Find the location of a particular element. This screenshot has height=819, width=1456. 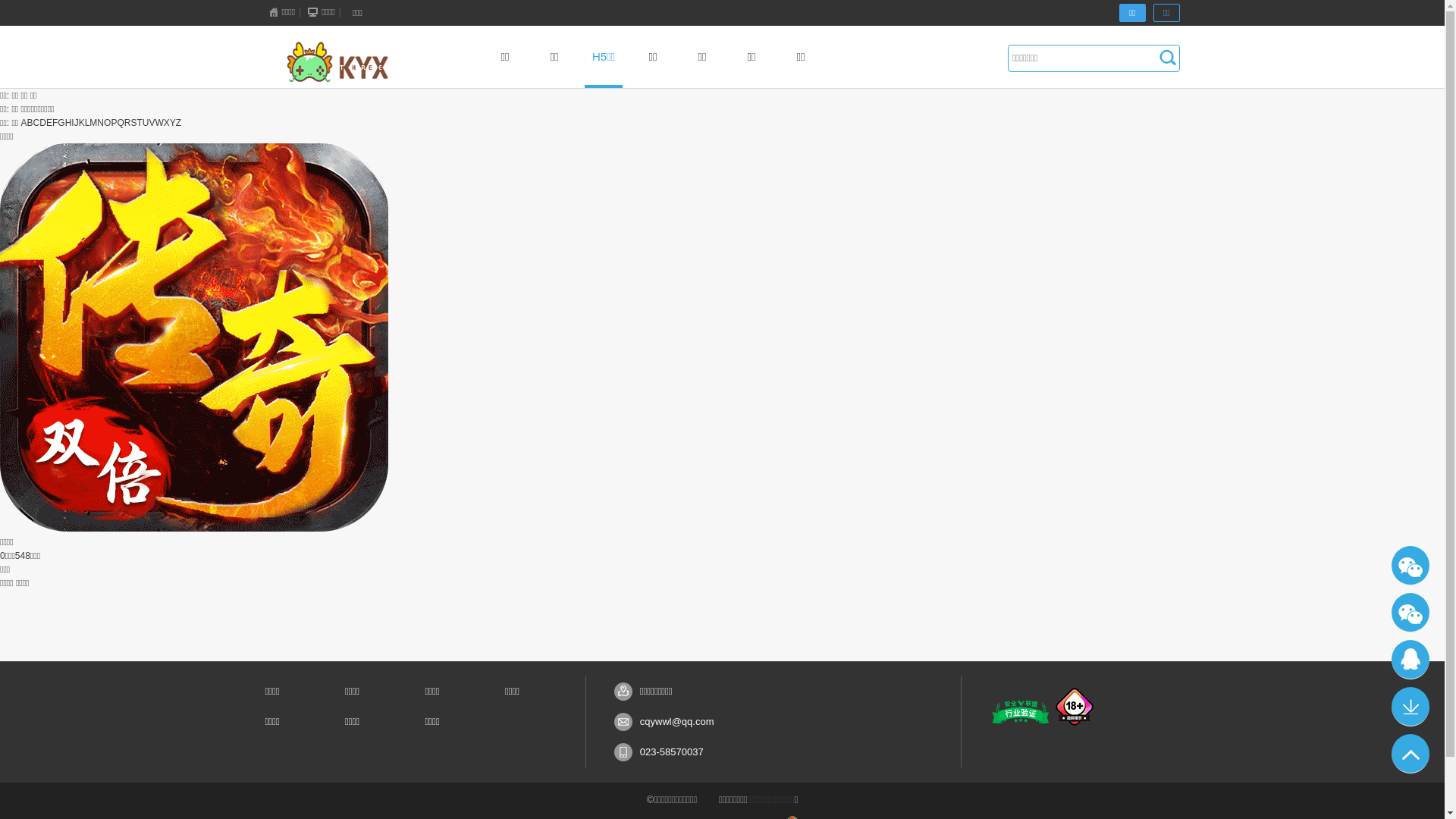

'H' is located at coordinates (67, 122).